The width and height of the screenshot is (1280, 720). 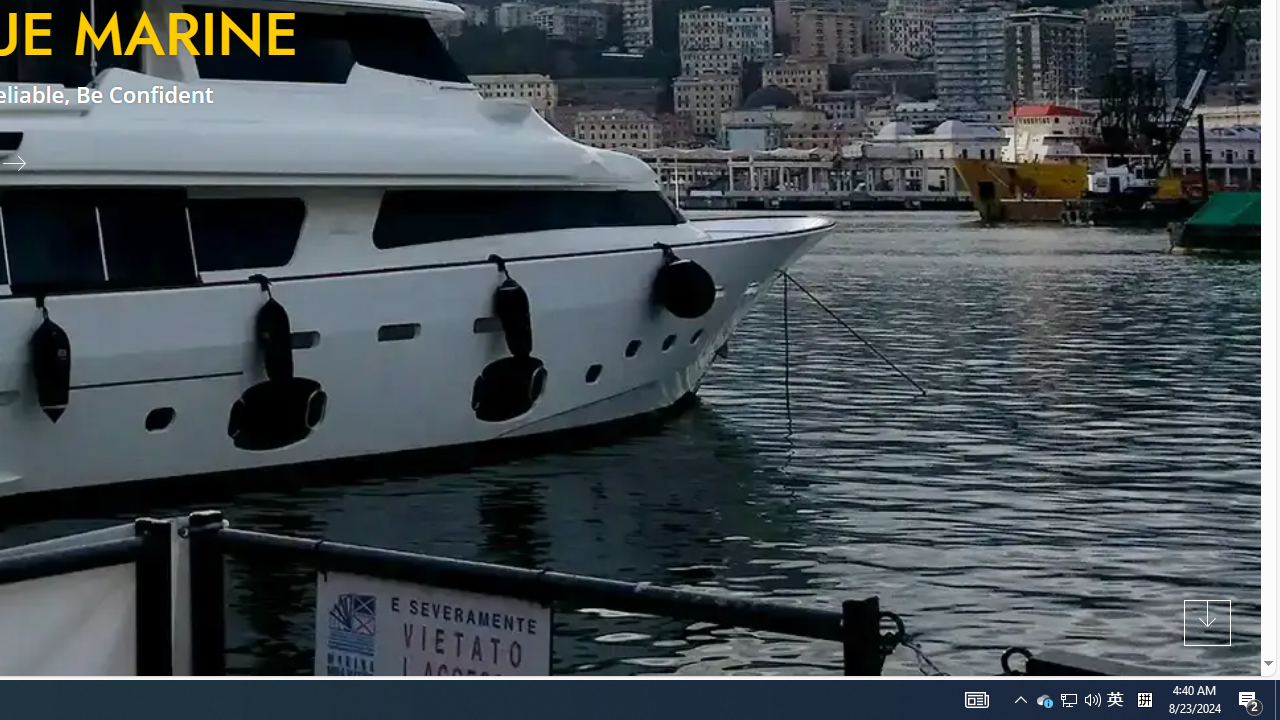 I want to click on 'Next Slide', so click(x=22, y=161).